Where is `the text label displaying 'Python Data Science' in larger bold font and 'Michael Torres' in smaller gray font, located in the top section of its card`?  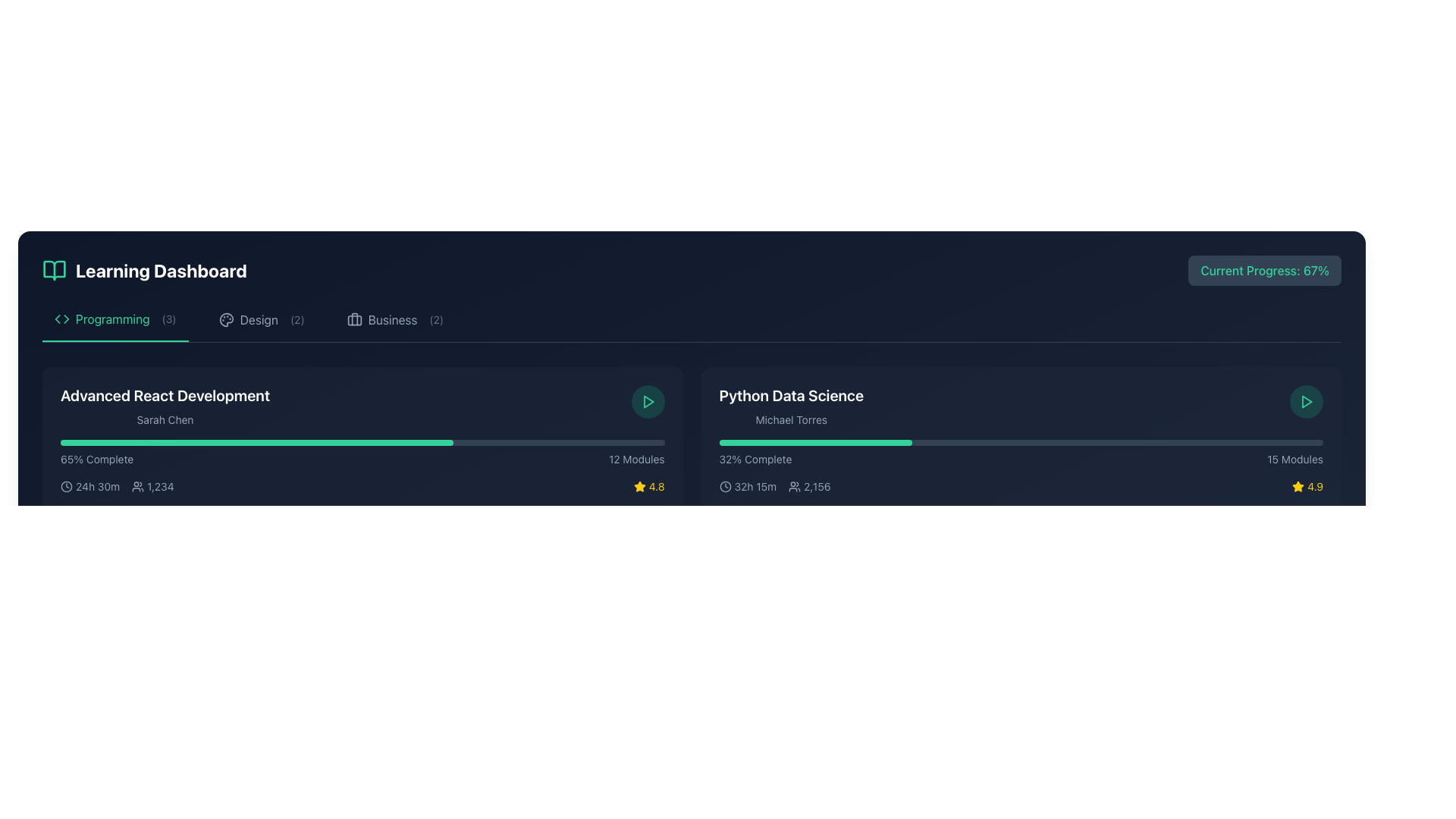 the text label displaying 'Python Data Science' in larger bold font and 'Michael Torres' in smaller gray font, located in the top section of its card is located at coordinates (790, 406).